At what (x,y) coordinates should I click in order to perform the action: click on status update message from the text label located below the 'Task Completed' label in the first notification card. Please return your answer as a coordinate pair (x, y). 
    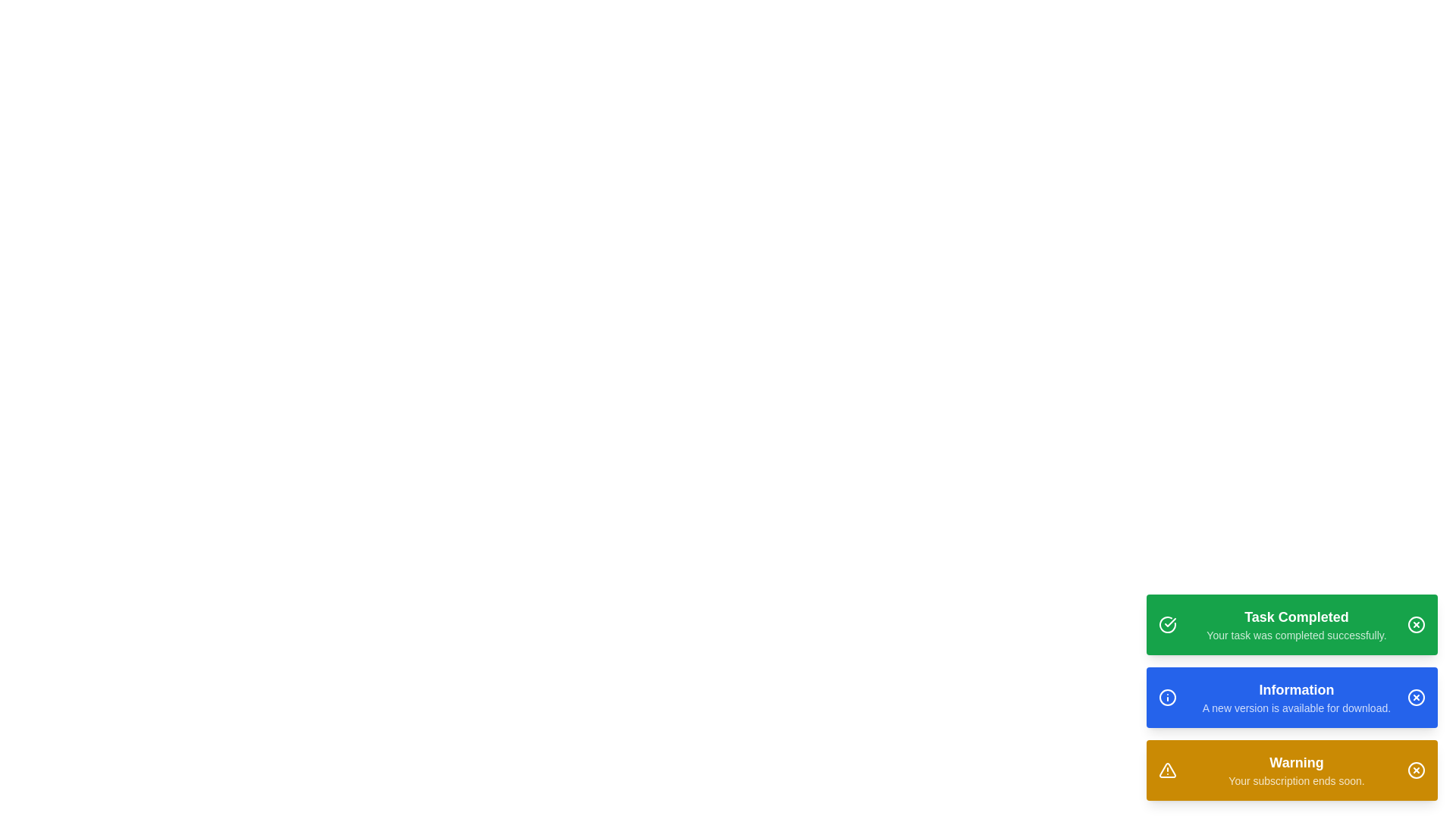
    Looking at the image, I should click on (1295, 635).